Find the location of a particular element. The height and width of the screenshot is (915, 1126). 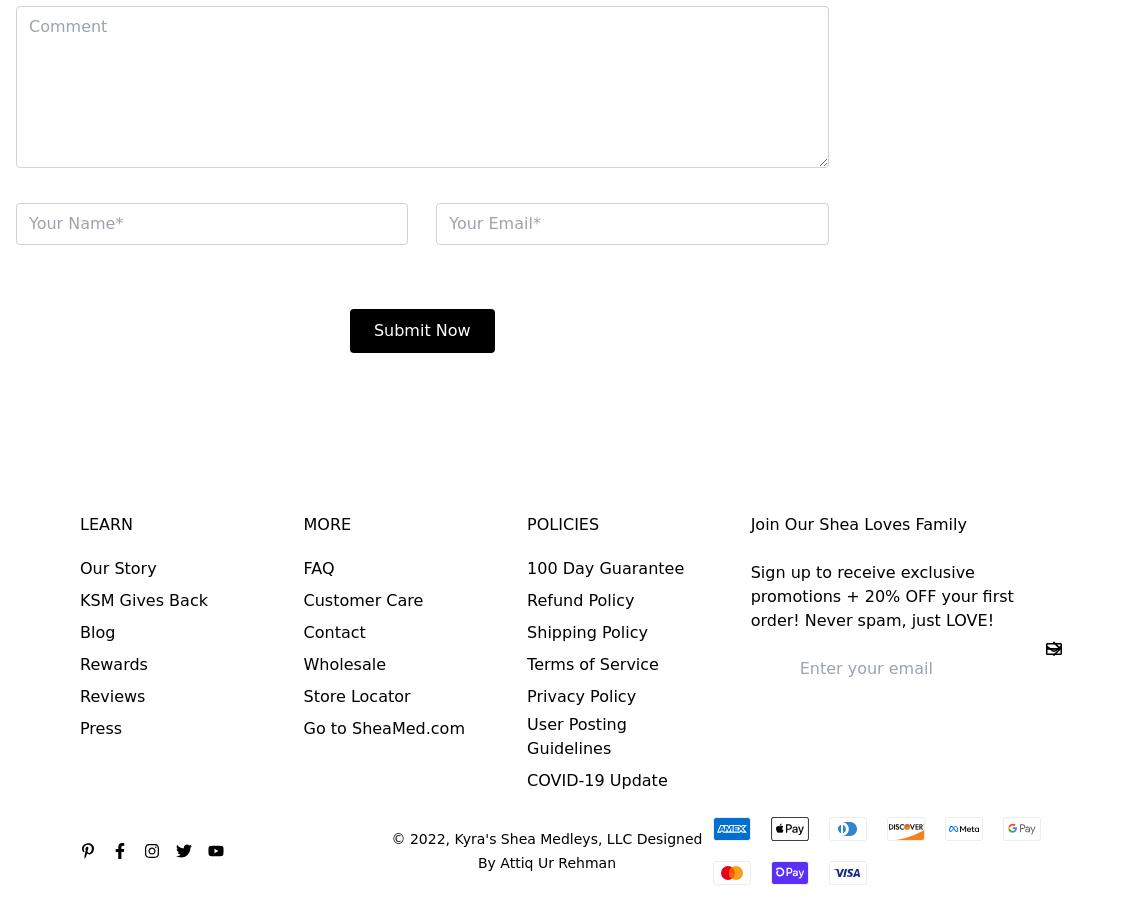

'Contact' is located at coordinates (333, 632).